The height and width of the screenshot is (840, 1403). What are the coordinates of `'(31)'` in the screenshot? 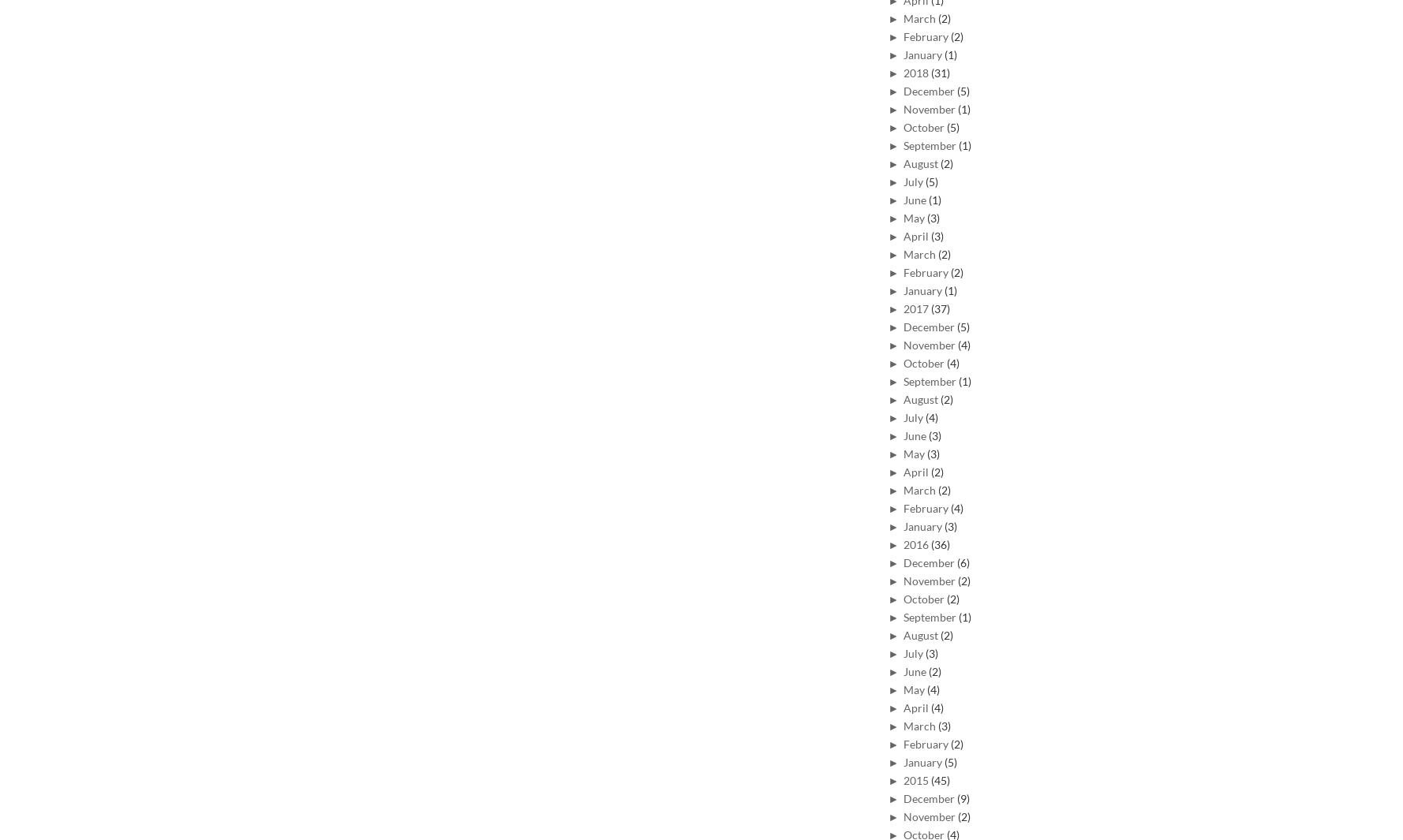 It's located at (931, 71).